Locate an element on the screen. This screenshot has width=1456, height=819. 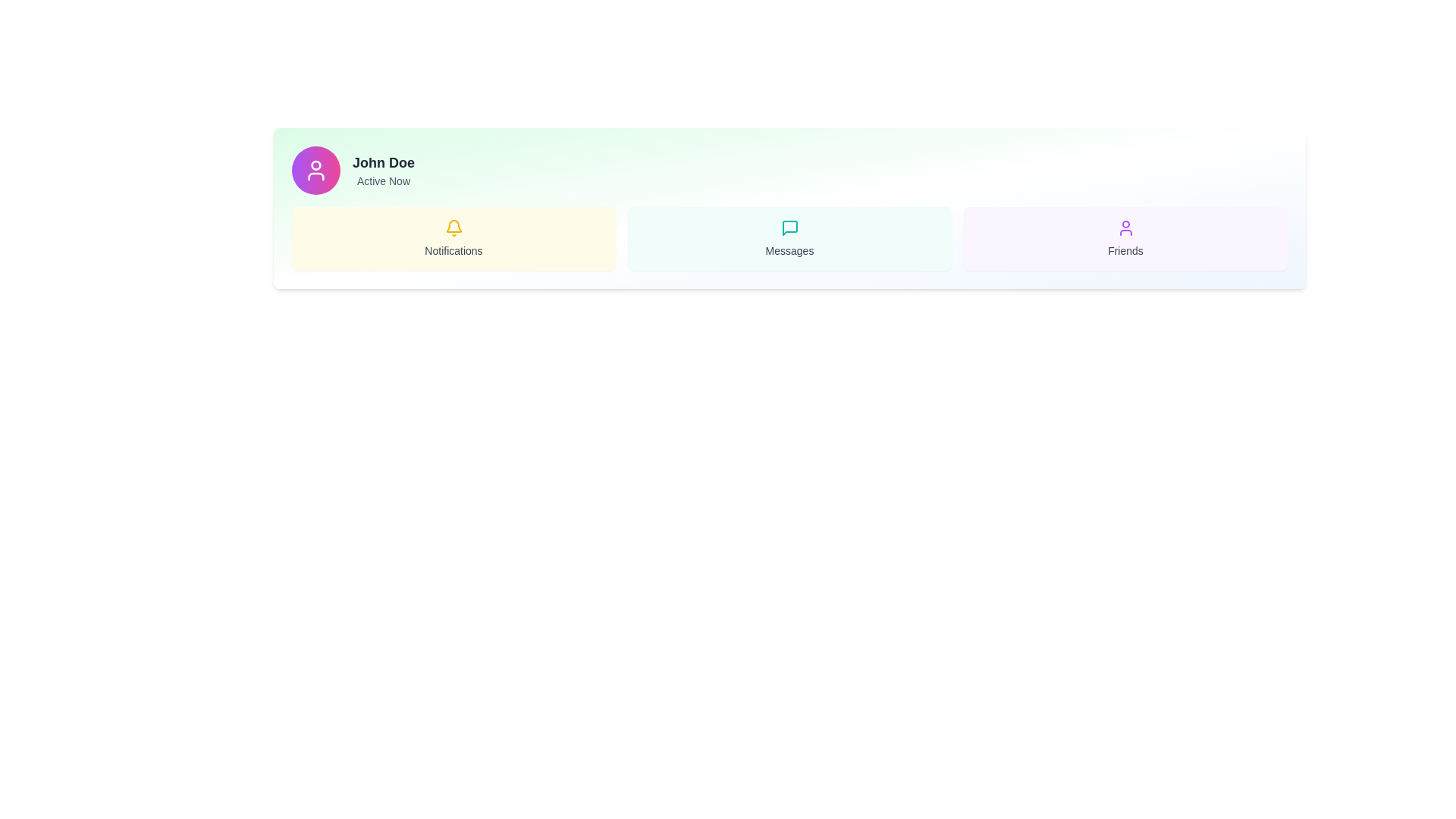
the user profile picture located on the far left of the interface, adjacent to 'John Doe' and 'Active Now' is located at coordinates (315, 170).